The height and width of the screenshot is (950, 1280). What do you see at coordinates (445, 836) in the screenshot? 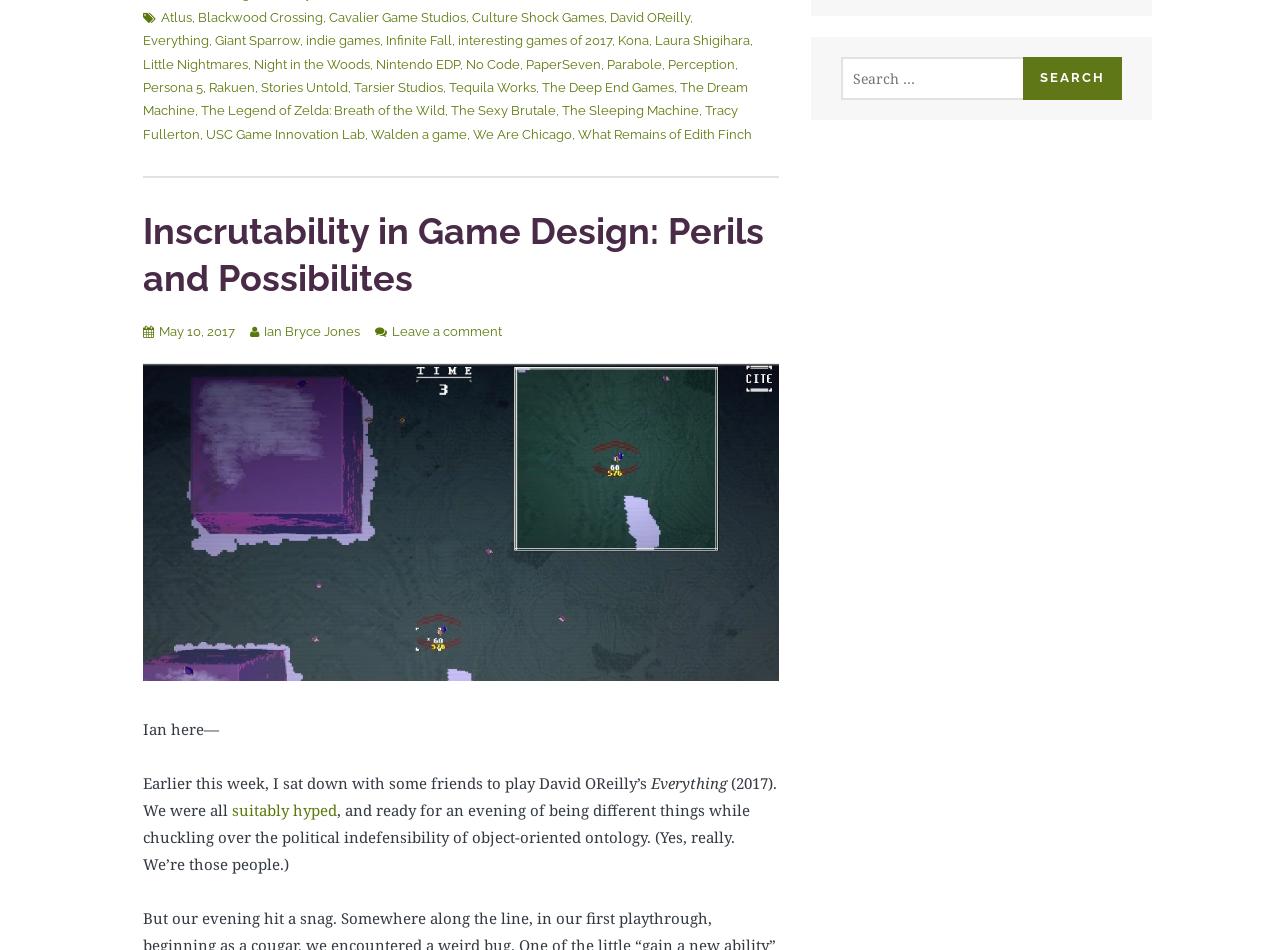
I see `', and ready for an evening of being different things while chuckling over the political indefensibility of object-oriented ontology. (Yes, really. We’re those people.)'` at bounding box center [445, 836].